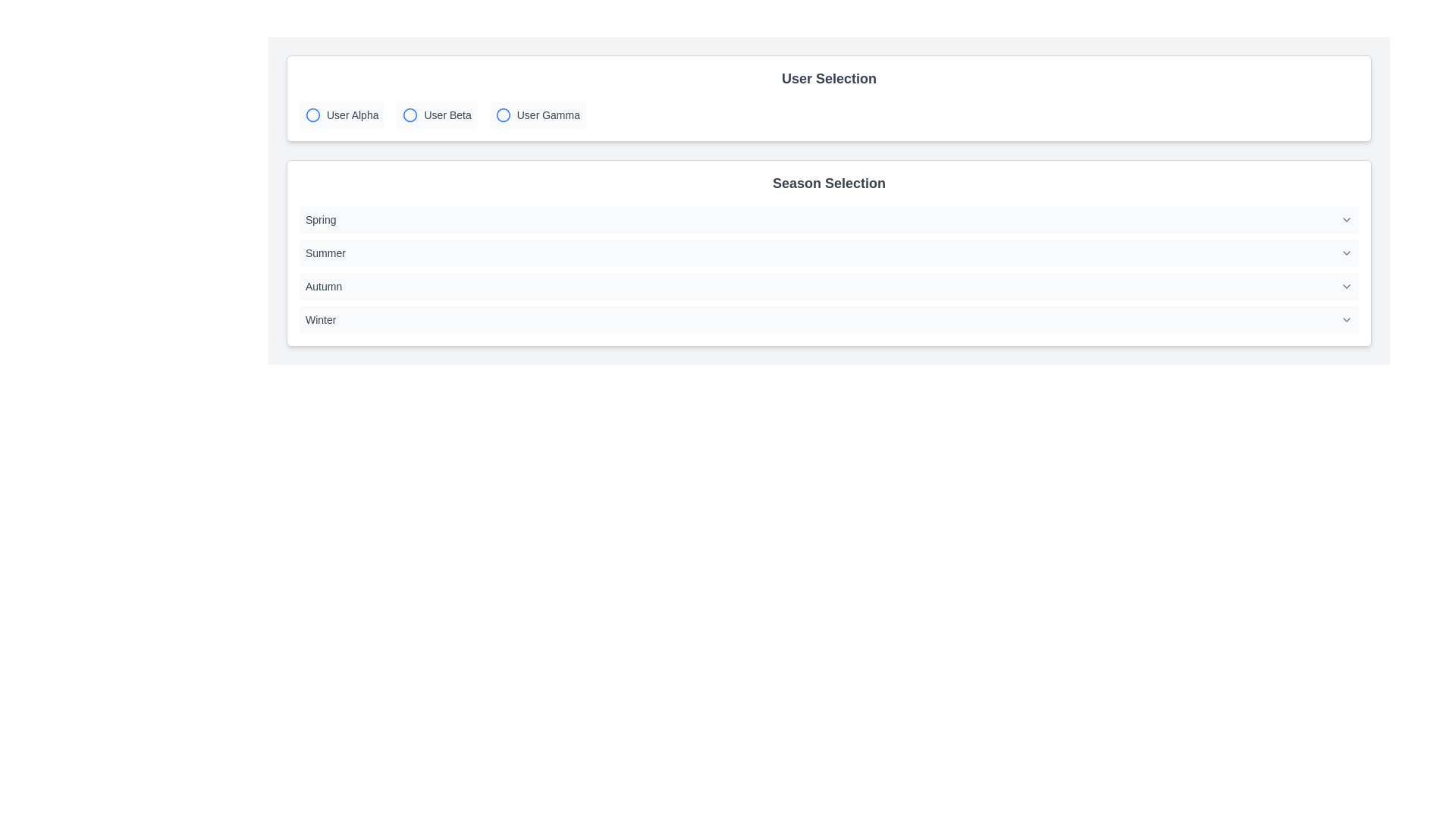 The image size is (1456, 819). What do you see at coordinates (1347, 318) in the screenshot?
I see `the small, downward-pointing chevron icon styled with a thin, rounded stroke and gray color, located to the right of the 'Winter' label in the 'Season Selection' section` at bounding box center [1347, 318].